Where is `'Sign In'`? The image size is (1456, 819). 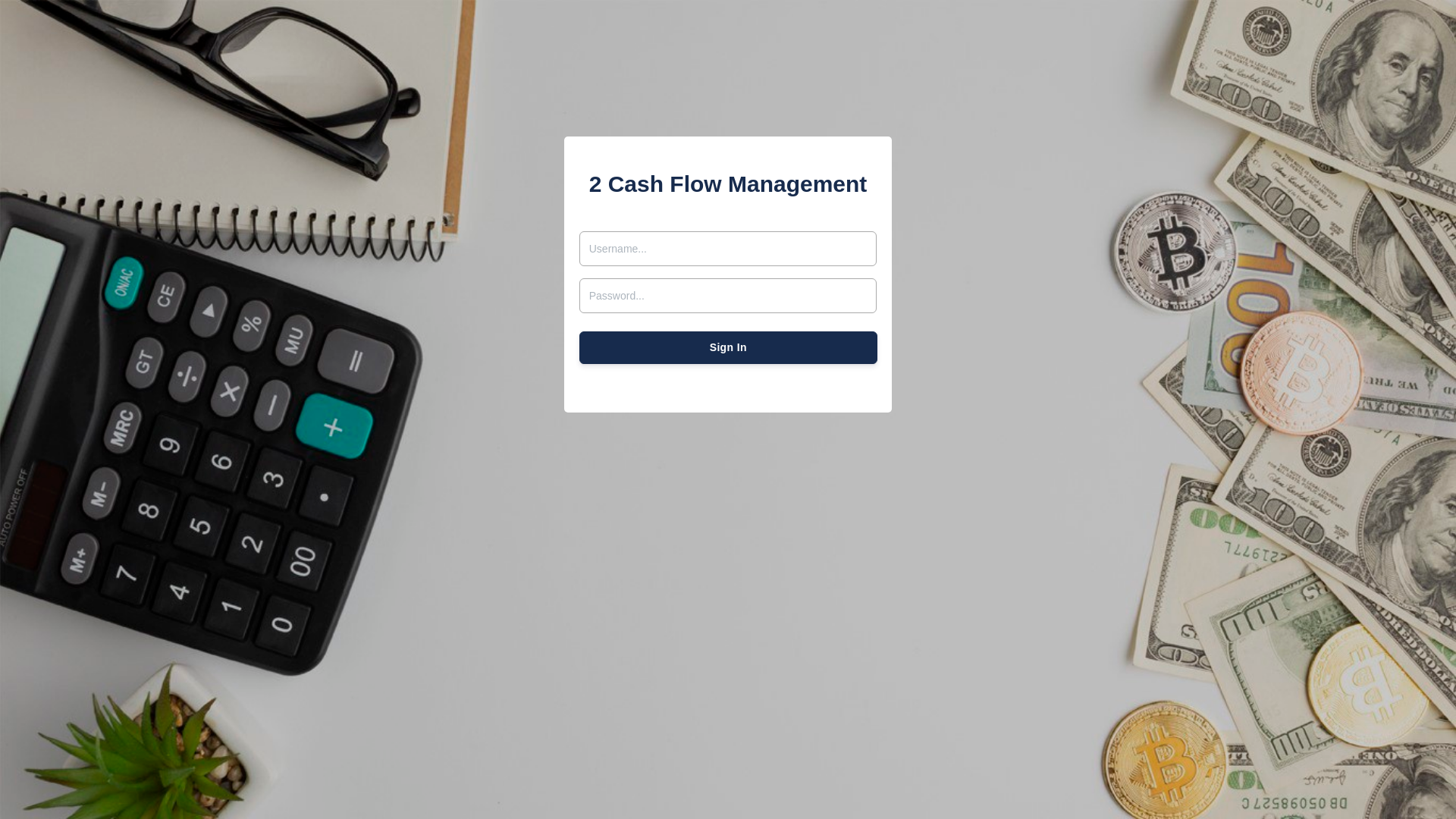
'Sign In' is located at coordinates (728, 347).